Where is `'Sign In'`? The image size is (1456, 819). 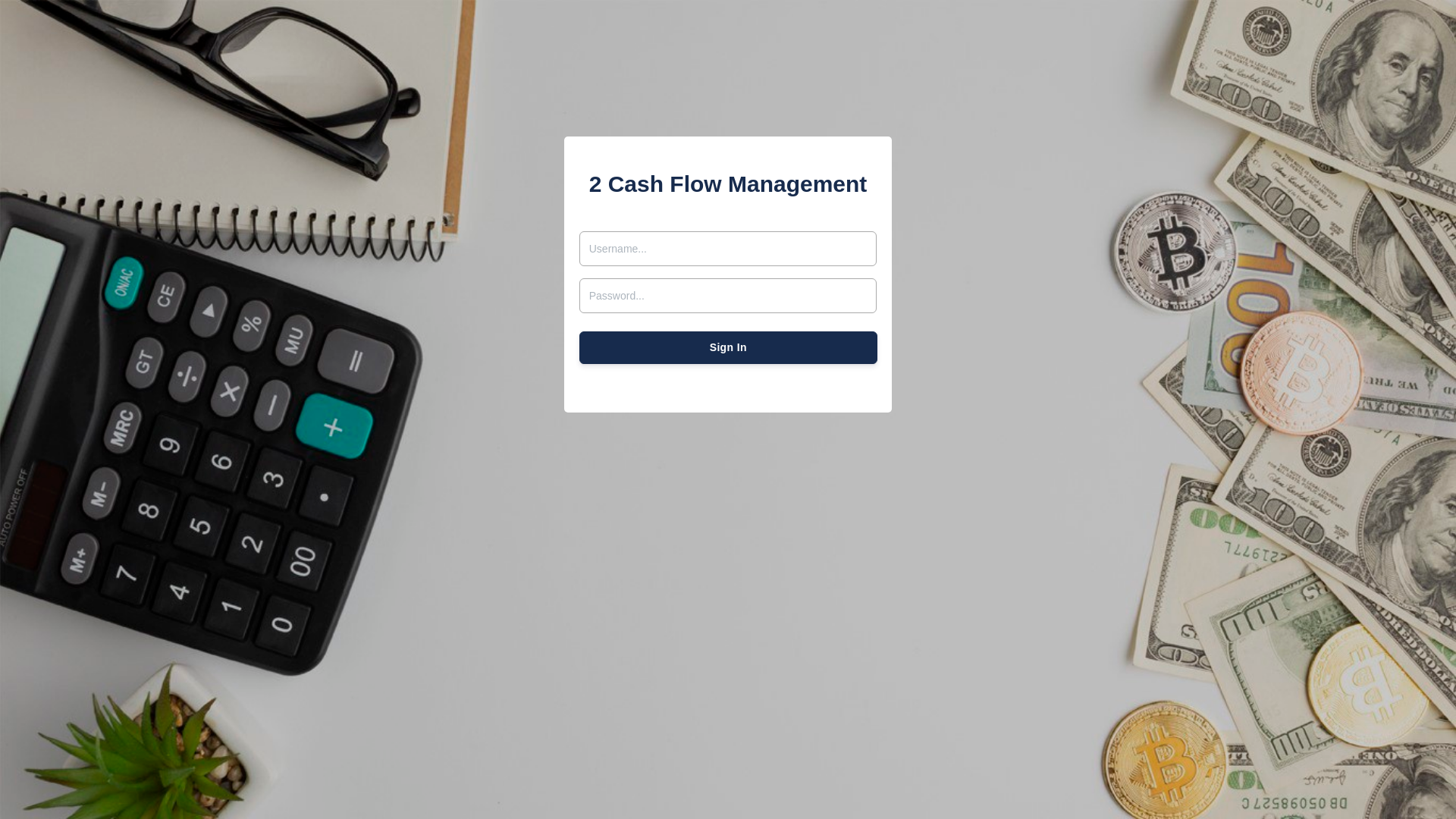
'Sign In' is located at coordinates (728, 347).